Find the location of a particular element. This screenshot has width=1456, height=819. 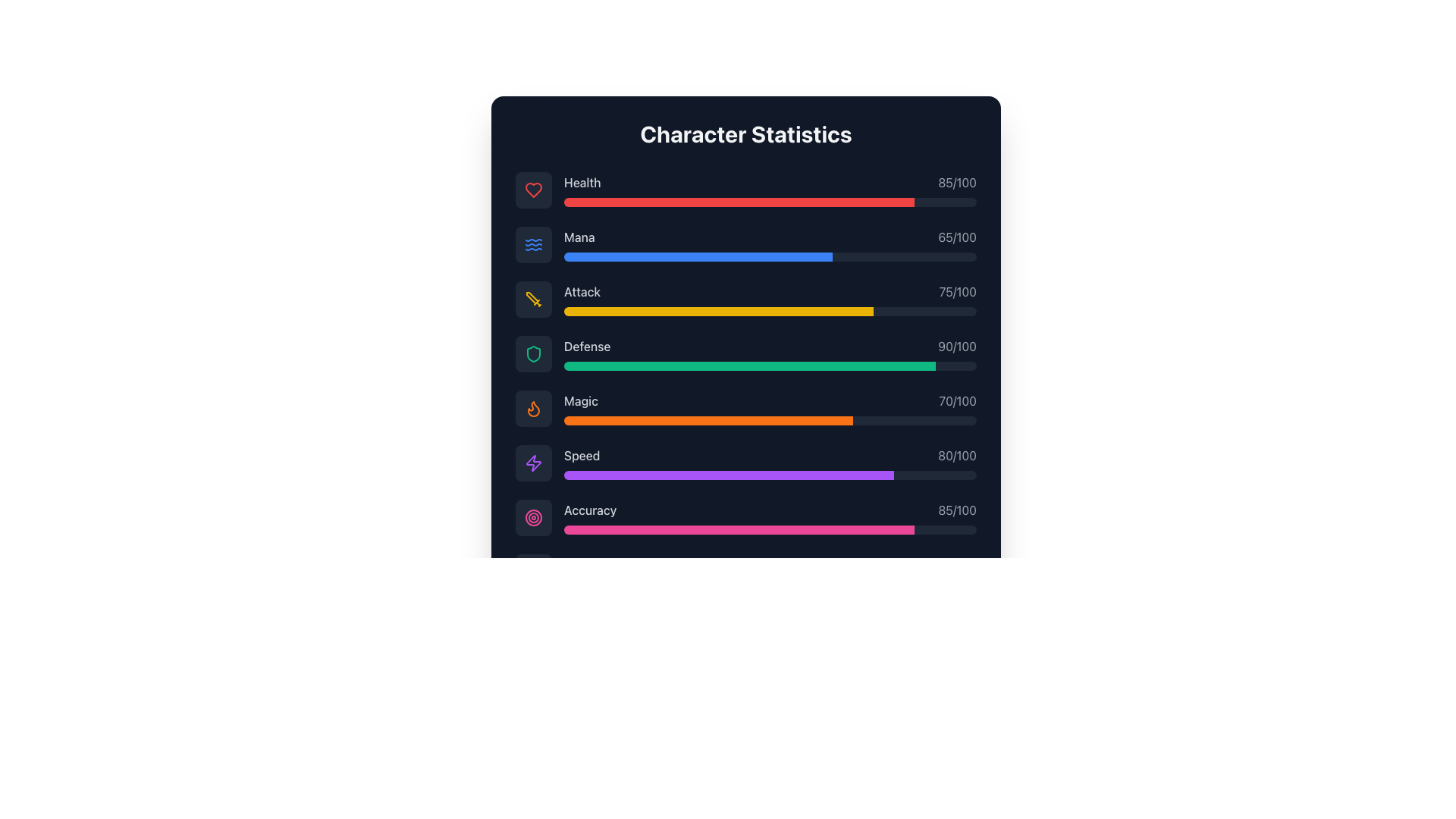

progress indicator representing the 'Accuracy' attribute in the character statistics, which is located below the 'Speed' statistic row is located at coordinates (770, 516).